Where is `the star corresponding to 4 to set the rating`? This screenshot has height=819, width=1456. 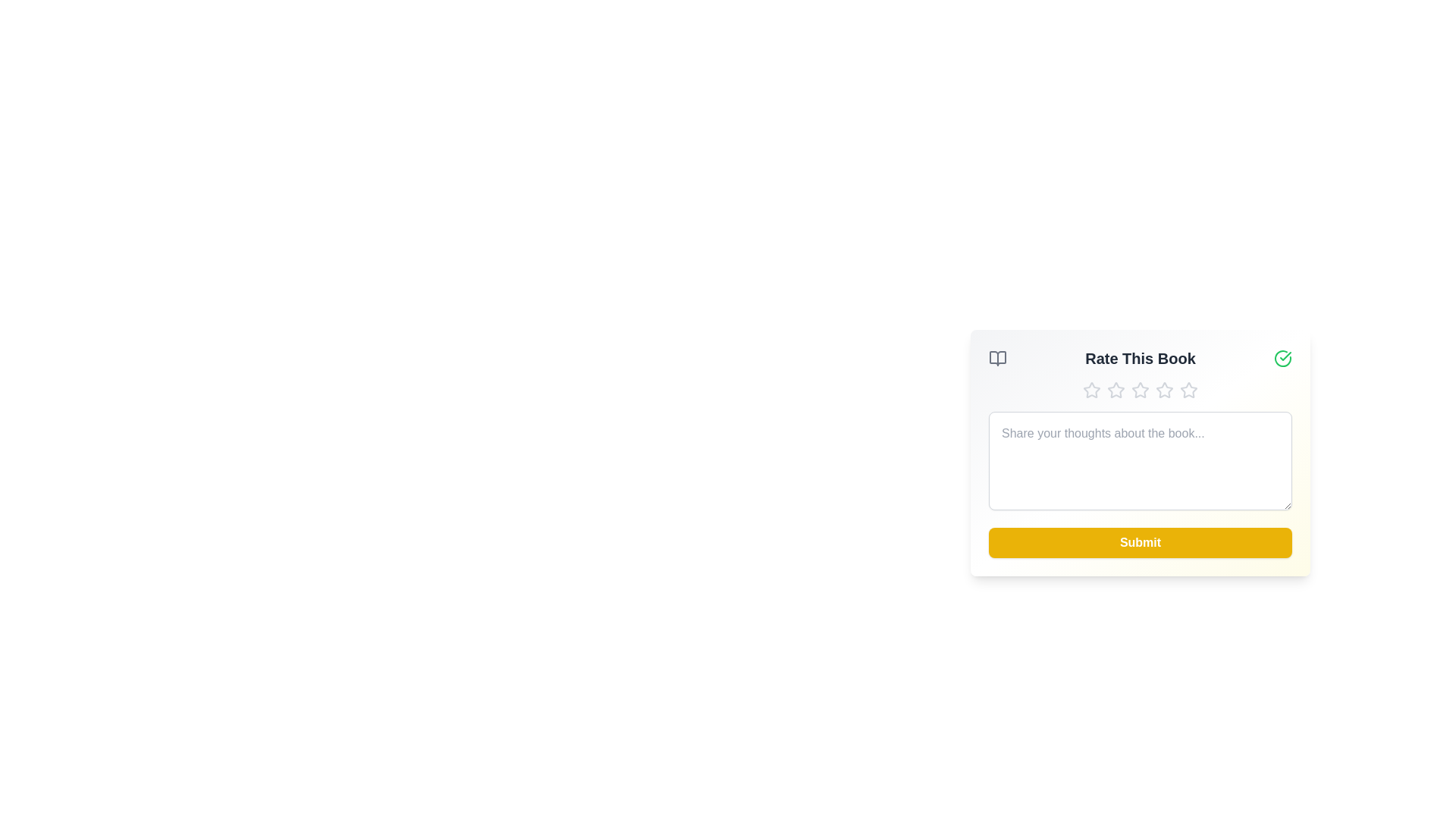 the star corresponding to 4 to set the rating is located at coordinates (1164, 390).